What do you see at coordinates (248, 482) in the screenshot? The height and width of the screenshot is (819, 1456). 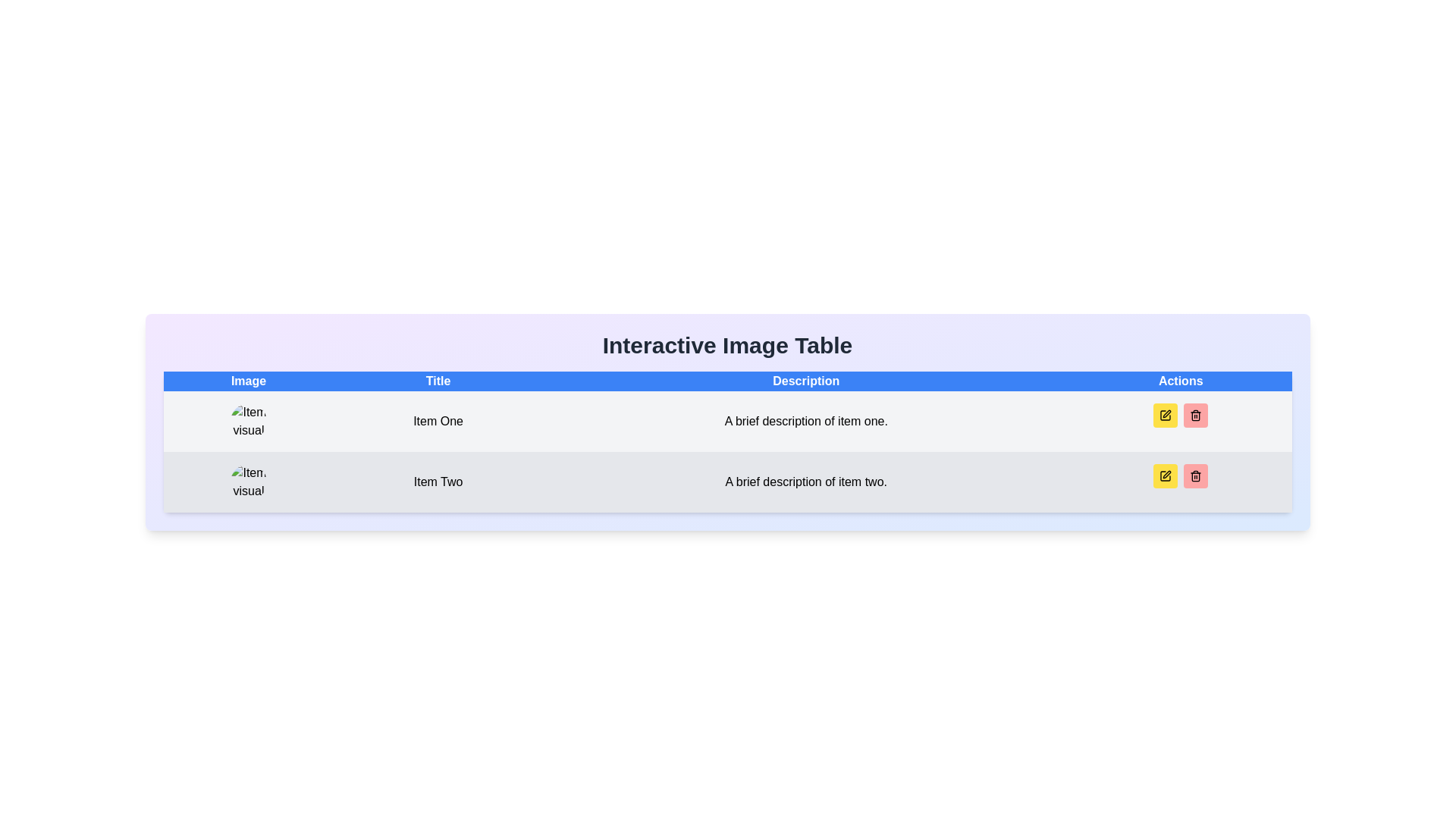 I see `the circular image placeholder located in the second row of a table under the 'Image' column, which aligns with 'Item Two' in the 'Title' column` at bounding box center [248, 482].